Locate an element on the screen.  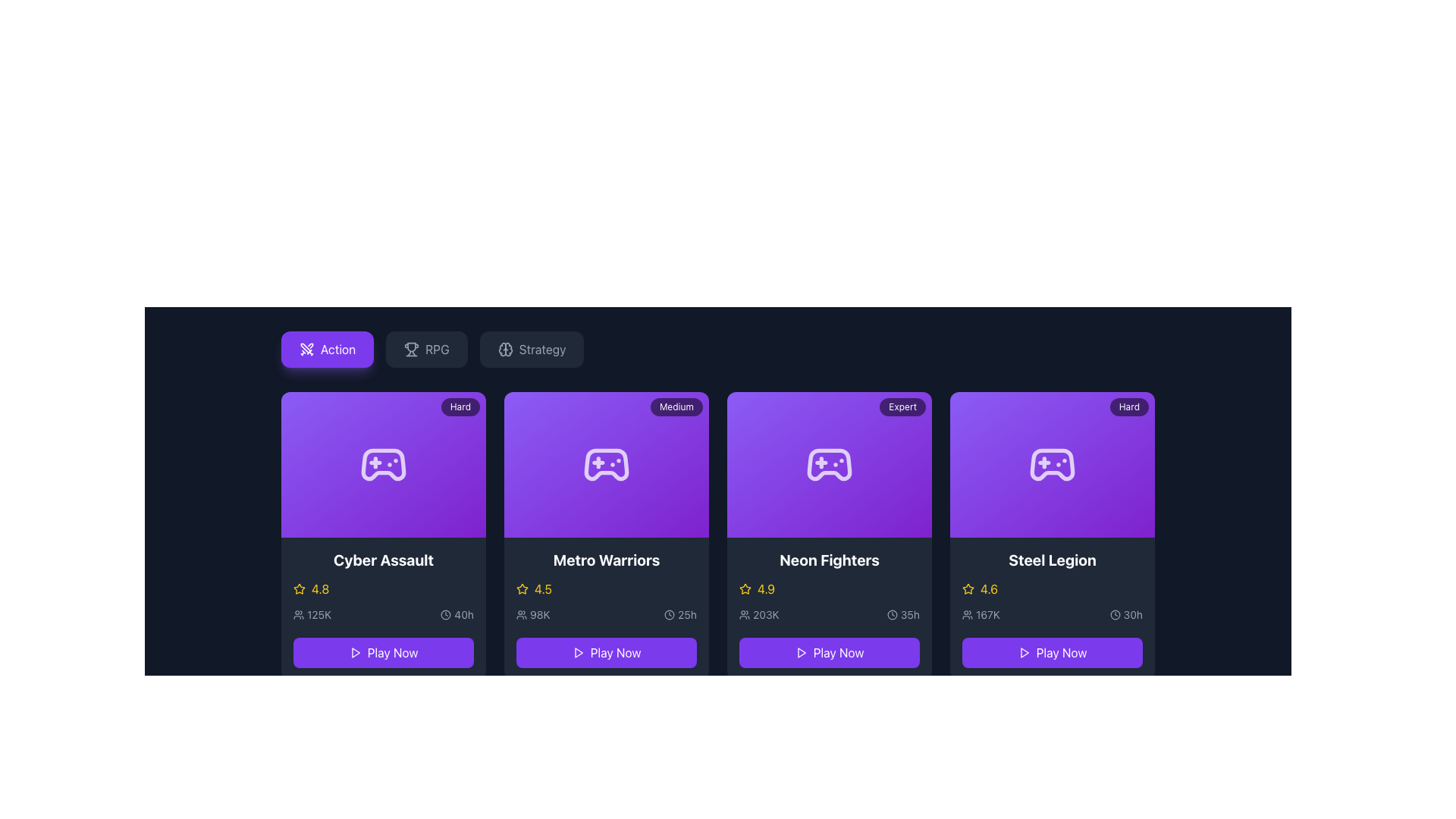
text label indicating the estimated gameplay duration for the 'Metro Warriors' game, located in the bottom section of the game card, to the right of the clock icon is located at coordinates (686, 614).